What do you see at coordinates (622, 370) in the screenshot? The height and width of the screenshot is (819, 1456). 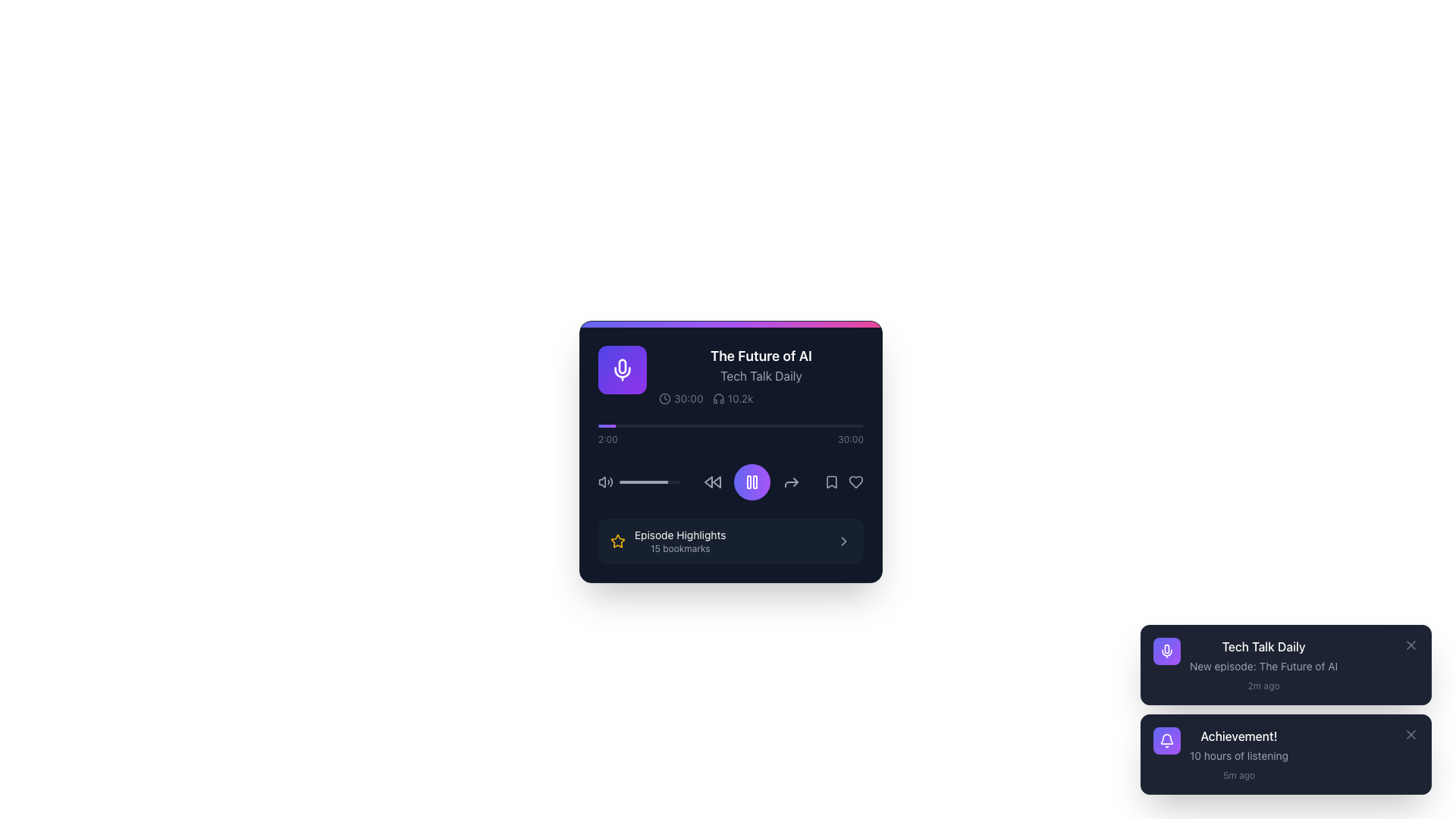 I see `the square button with a gradient background transitioning from indigo to purple, which features a white microphone icon centered within, located to the left of the title 'The Future of AI' and subtitle 'Tech Talk Daily.'` at bounding box center [622, 370].